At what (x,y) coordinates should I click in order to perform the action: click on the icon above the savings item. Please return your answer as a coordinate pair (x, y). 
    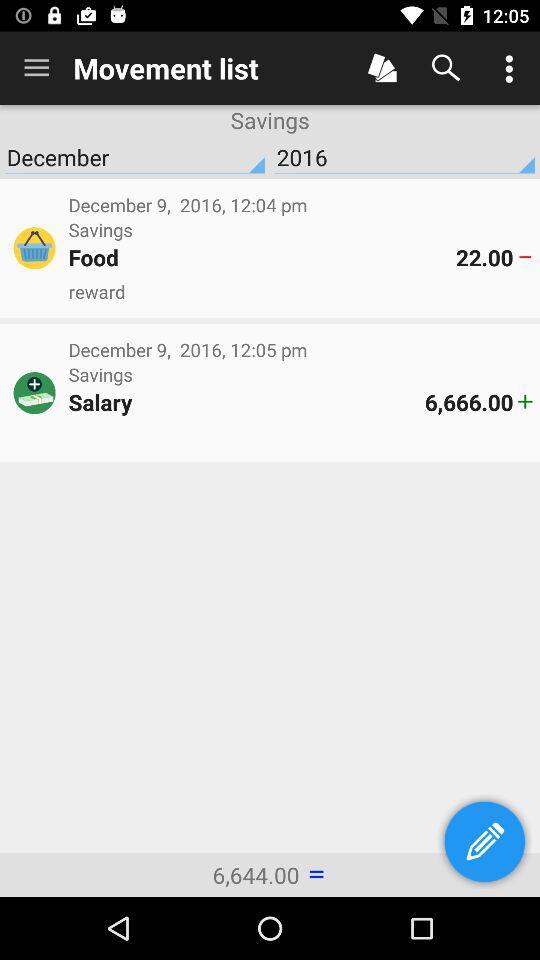
    Looking at the image, I should click on (36, 68).